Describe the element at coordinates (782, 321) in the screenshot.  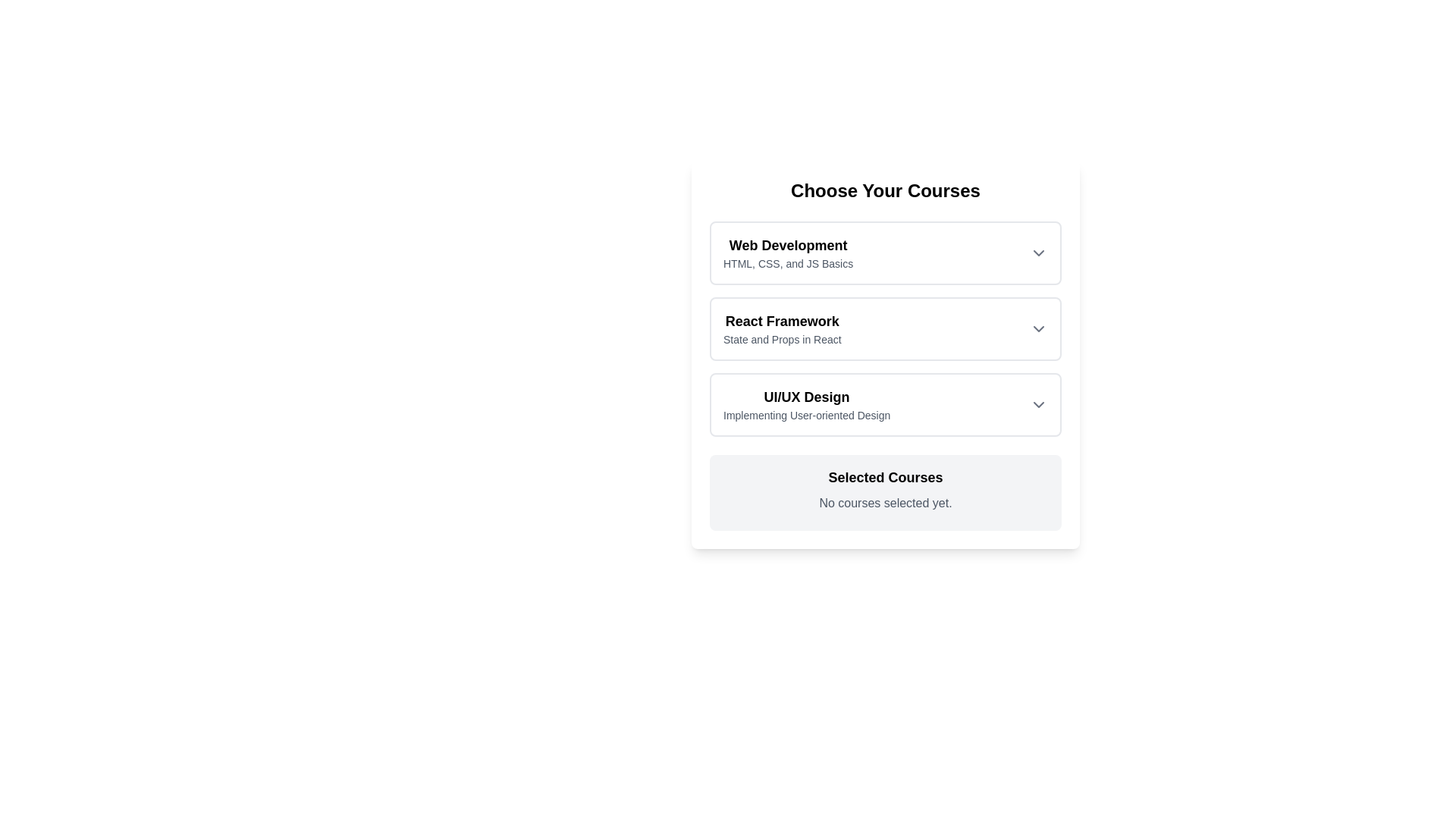
I see `the 'React Framework' text label in the 'Choose Your Courses' interface, which is positioned directly above the 'State and Props in React' text` at that location.